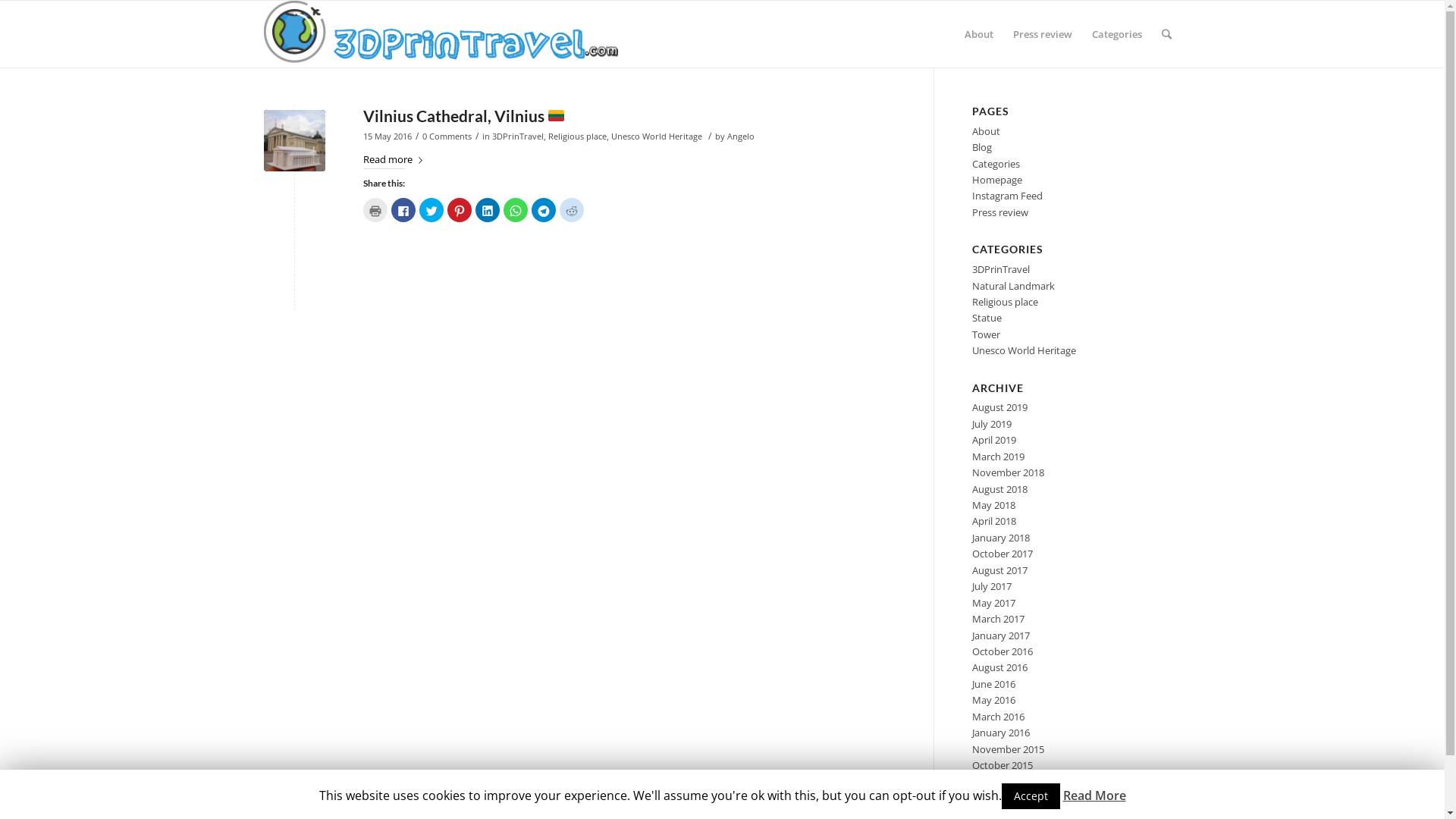 The height and width of the screenshot is (819, 1456). I want to click on 'July 2017', so click(992, 585).